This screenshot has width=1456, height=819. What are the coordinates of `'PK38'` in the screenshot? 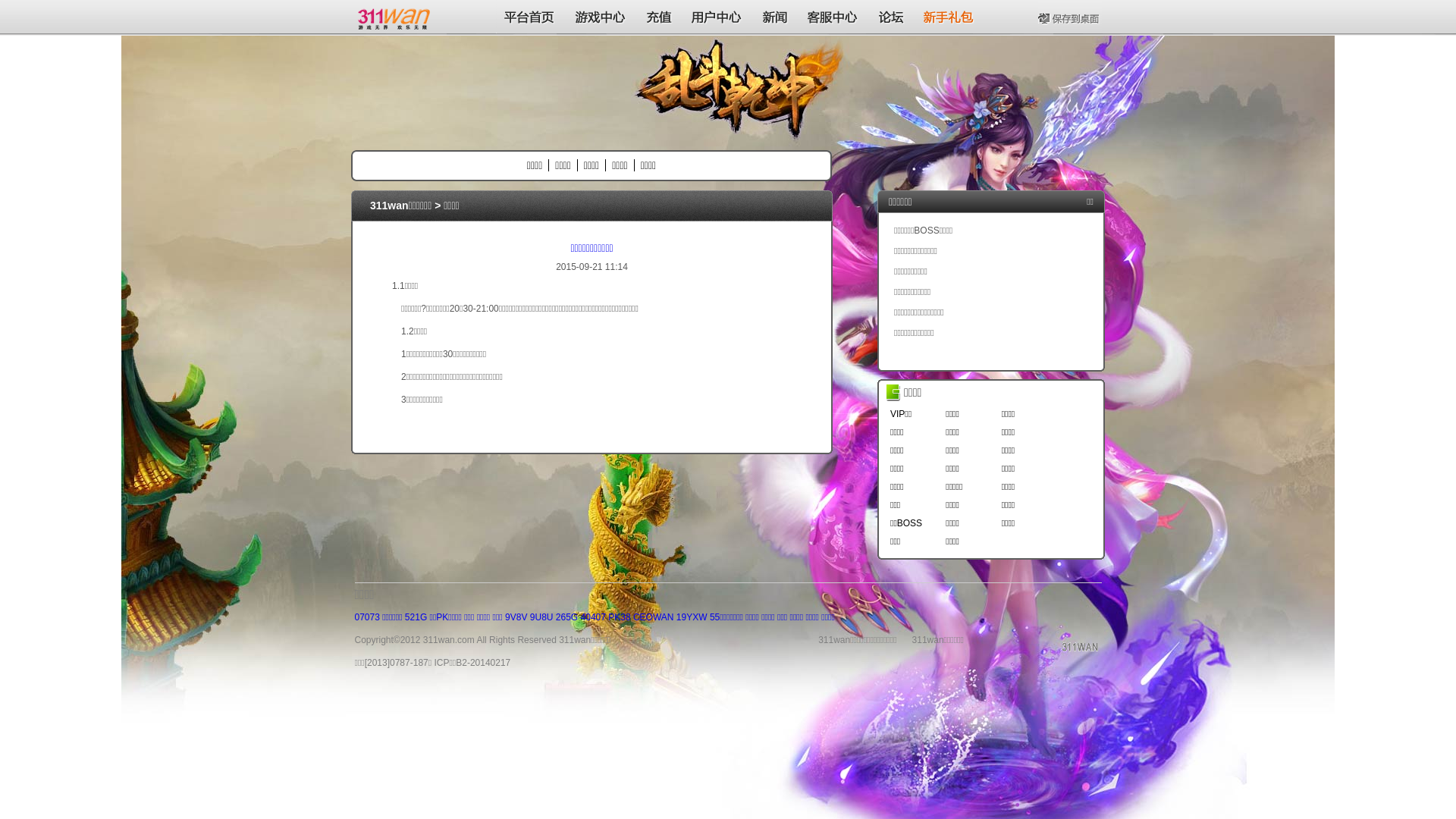 It's located at (619, 617).